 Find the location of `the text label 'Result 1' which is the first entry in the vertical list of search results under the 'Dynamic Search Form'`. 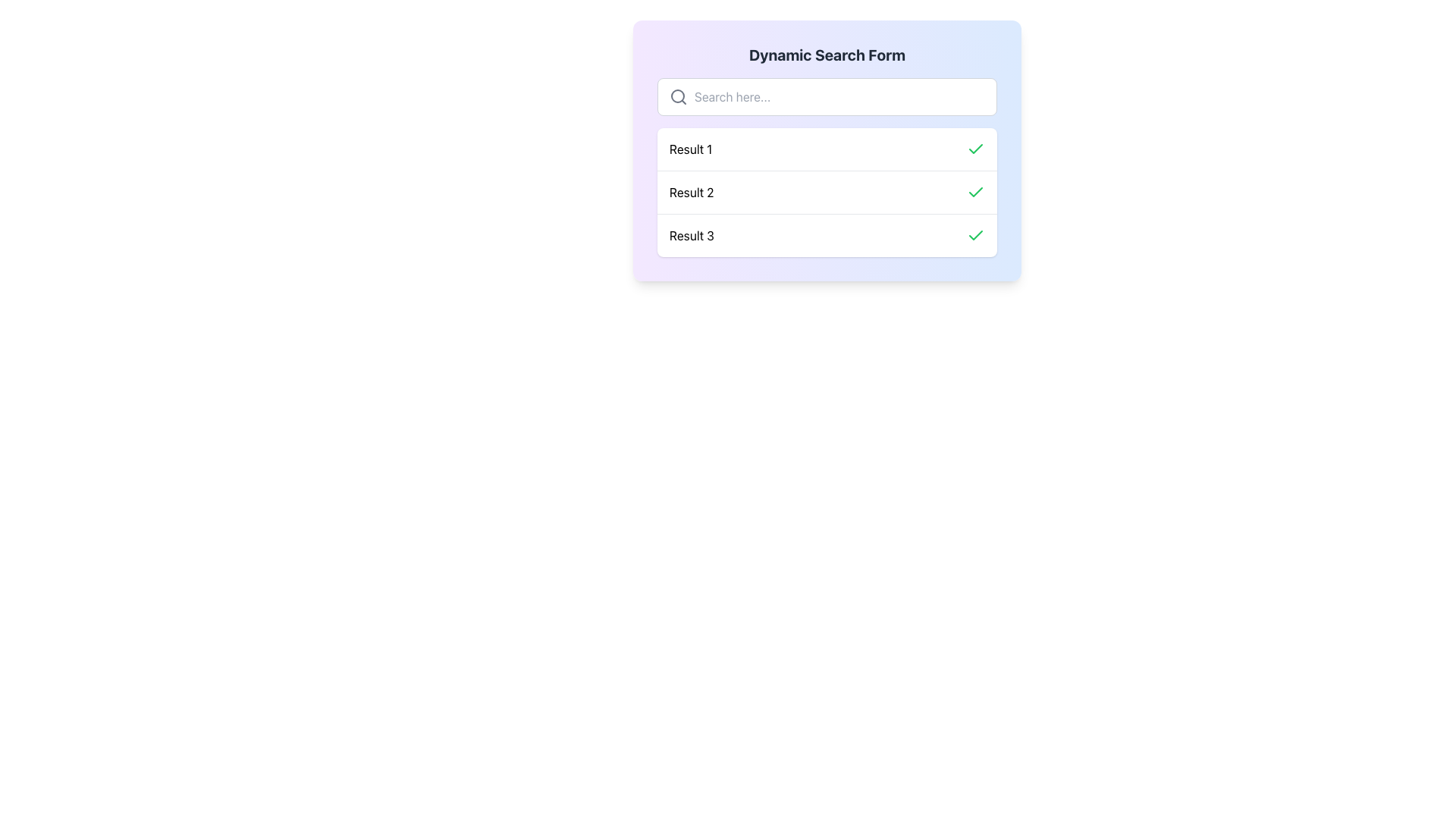

the text label 'Result 1' which is the first entry in the vertical list of search results under the 'Dynamic Search Form' is located at coordinates (690, 149).